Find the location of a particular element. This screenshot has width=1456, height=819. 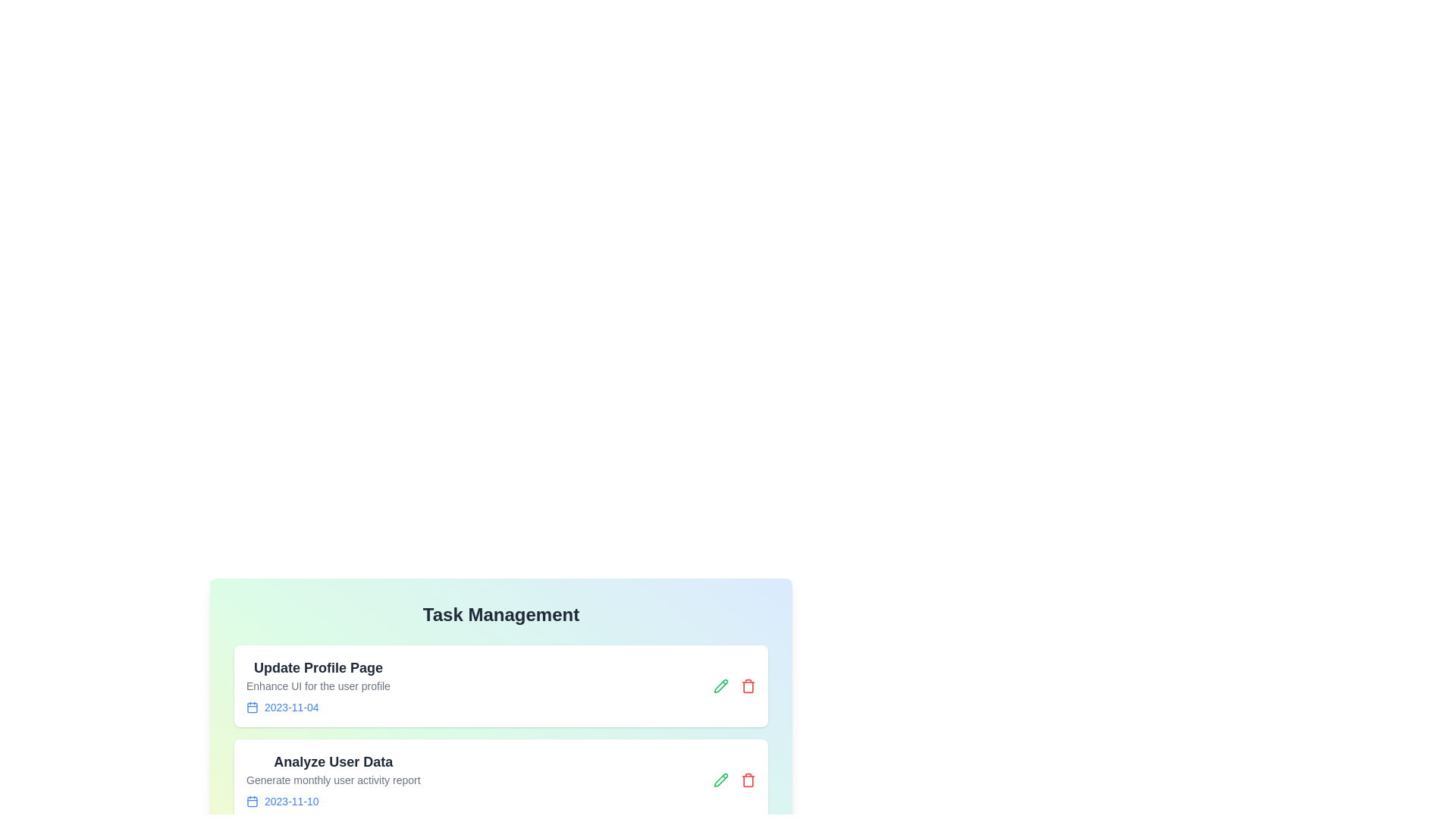

the task title to view its details is located at coordinates (316, 667).